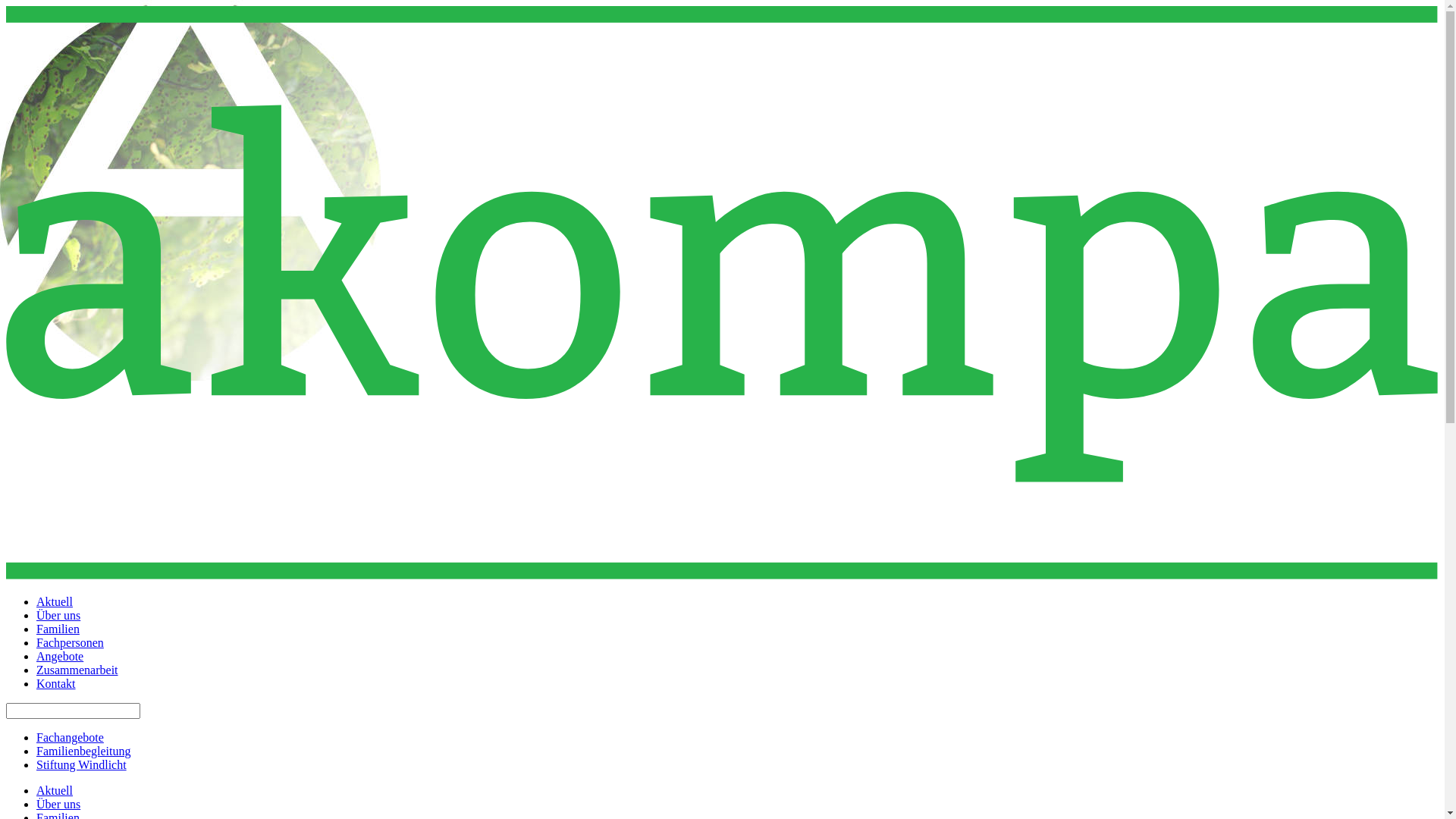  I want to click on 'Aktuell', so click(55, 789).